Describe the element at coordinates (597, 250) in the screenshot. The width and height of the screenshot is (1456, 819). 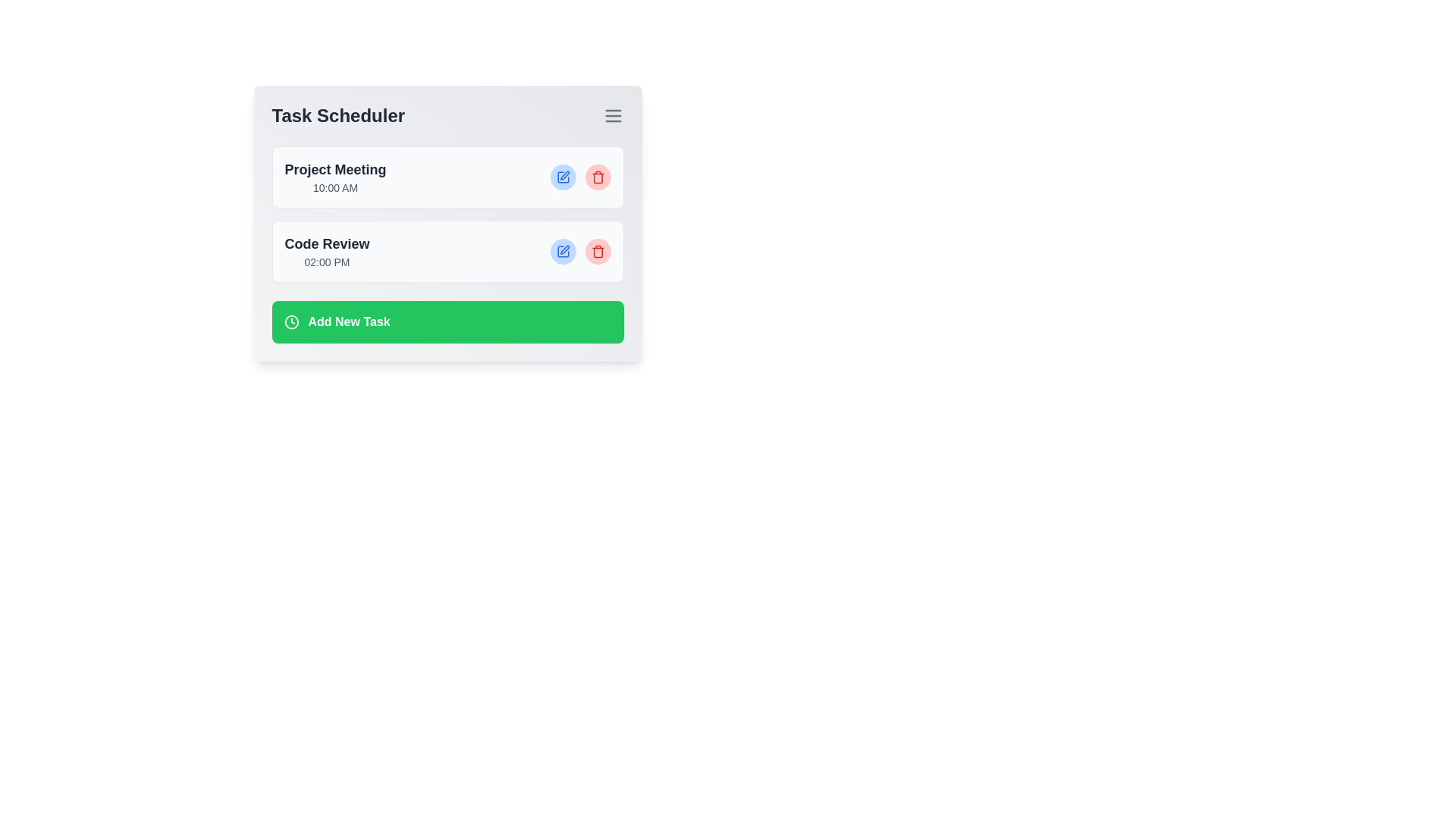
I see `the delete icon located to the right of the 'Code Review' task entry` at that location.